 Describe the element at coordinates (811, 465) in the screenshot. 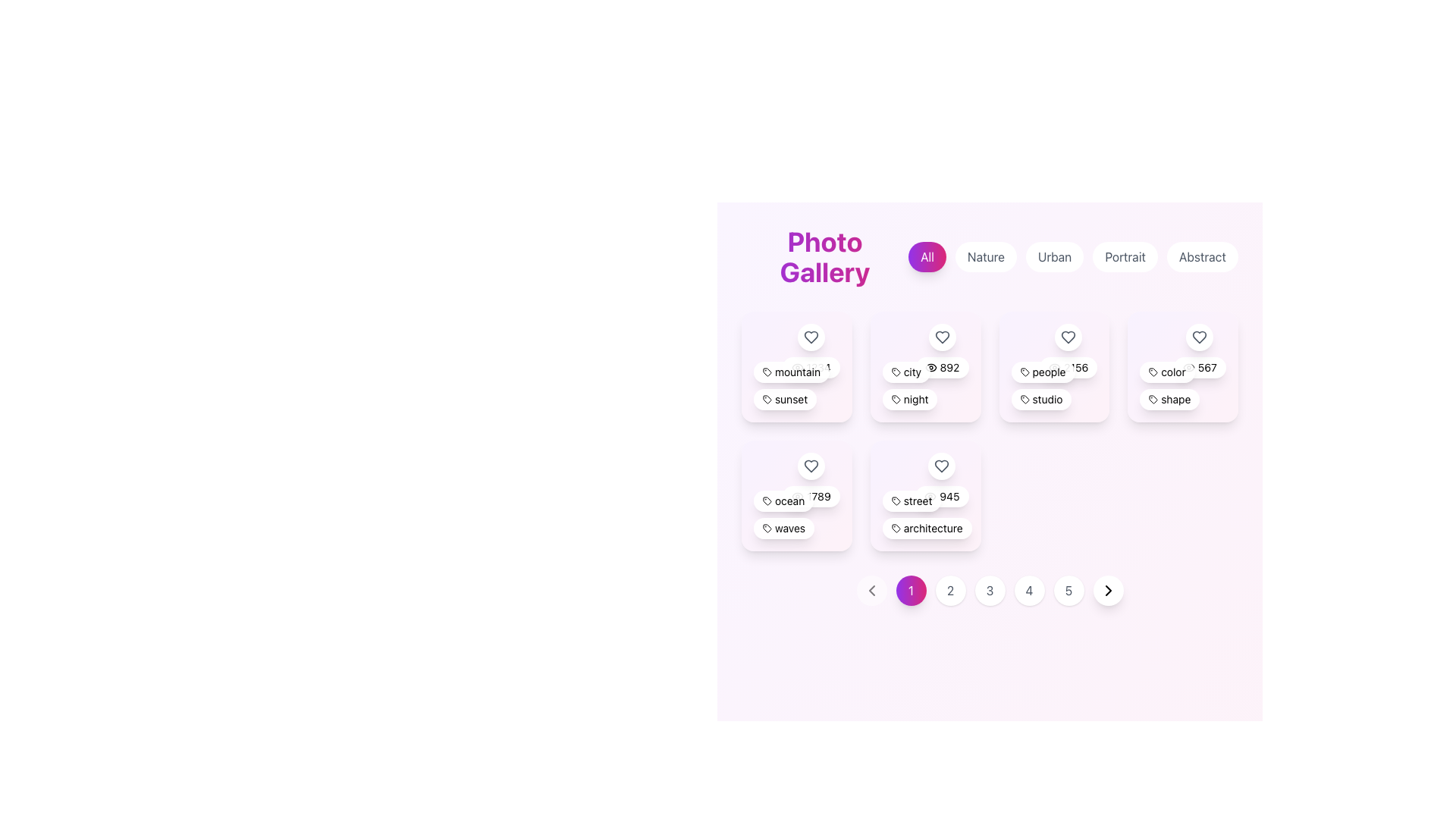

I see `the circular button with a heart icon located at the top-right section of the card labeled 'ocean' and '789' to observe any visual transition effects` at that location.